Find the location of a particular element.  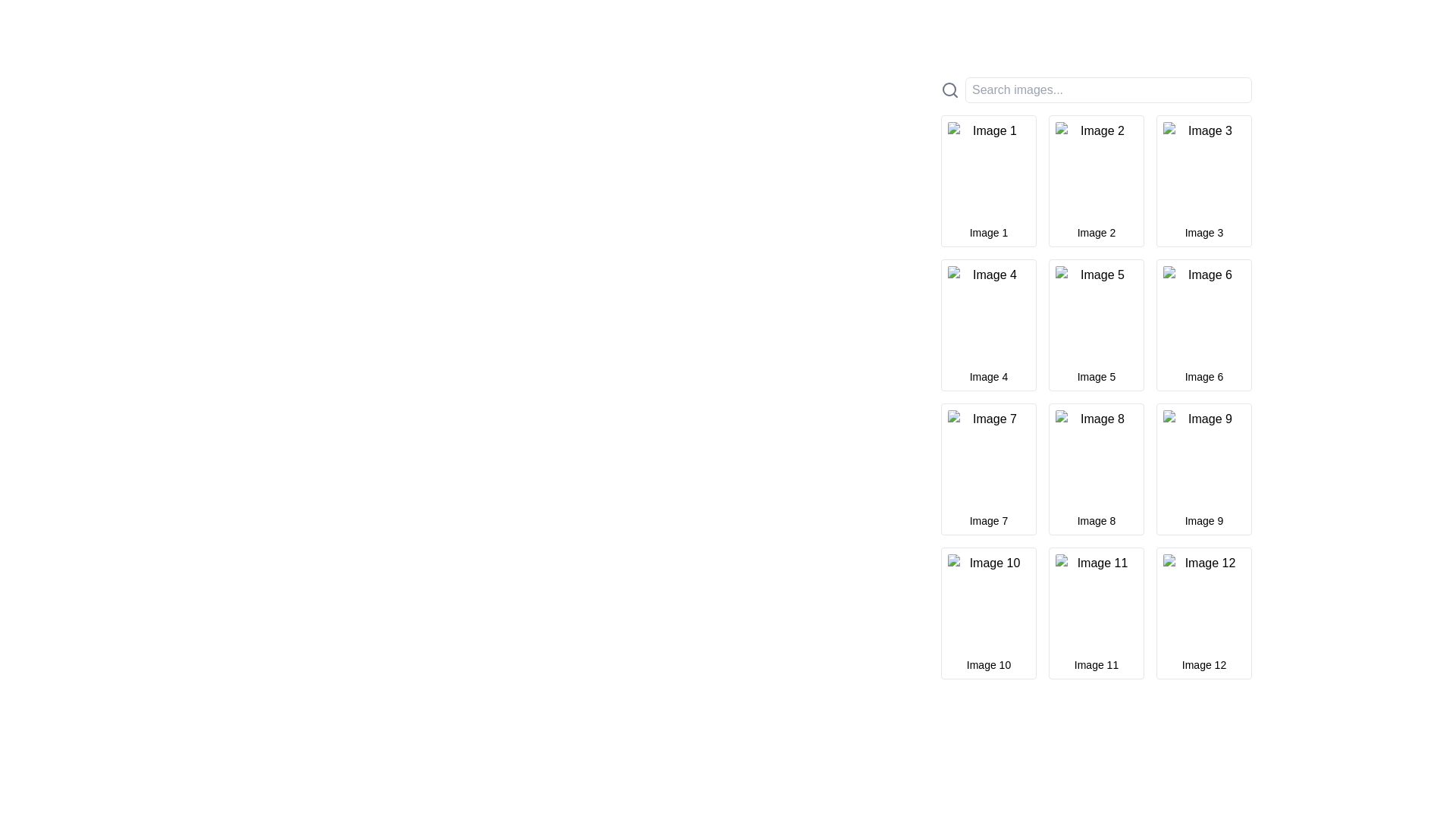

the static text element that serves as a label for the thumbnail image 'Image 5', located in the fifth item of the grid layout, specifically under the image and in the second column of the second row is located at coordinates (1096, 376).